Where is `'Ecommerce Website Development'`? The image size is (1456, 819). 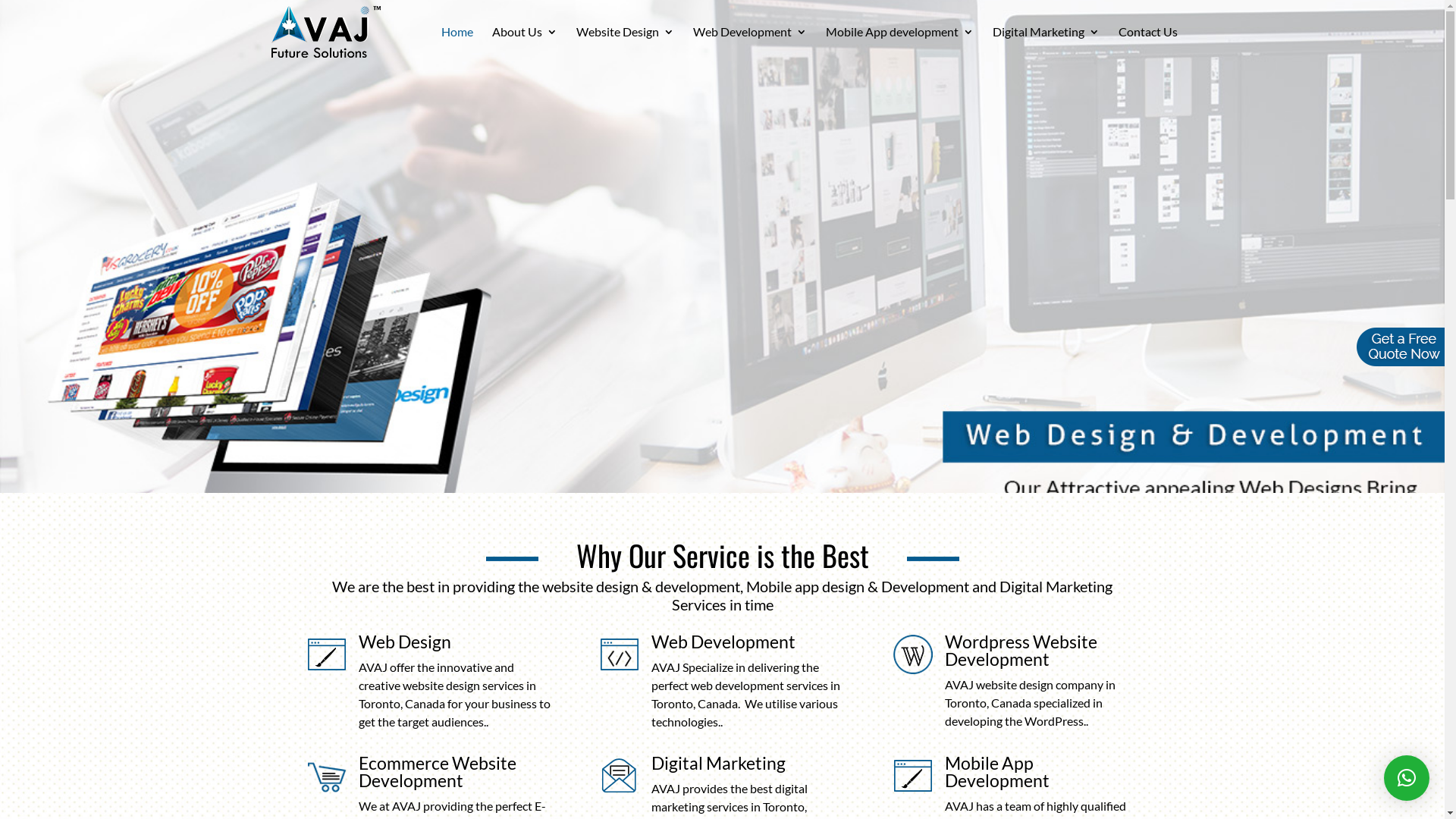
'Ecommerce Website Development' is located at coordinates (356, 771).